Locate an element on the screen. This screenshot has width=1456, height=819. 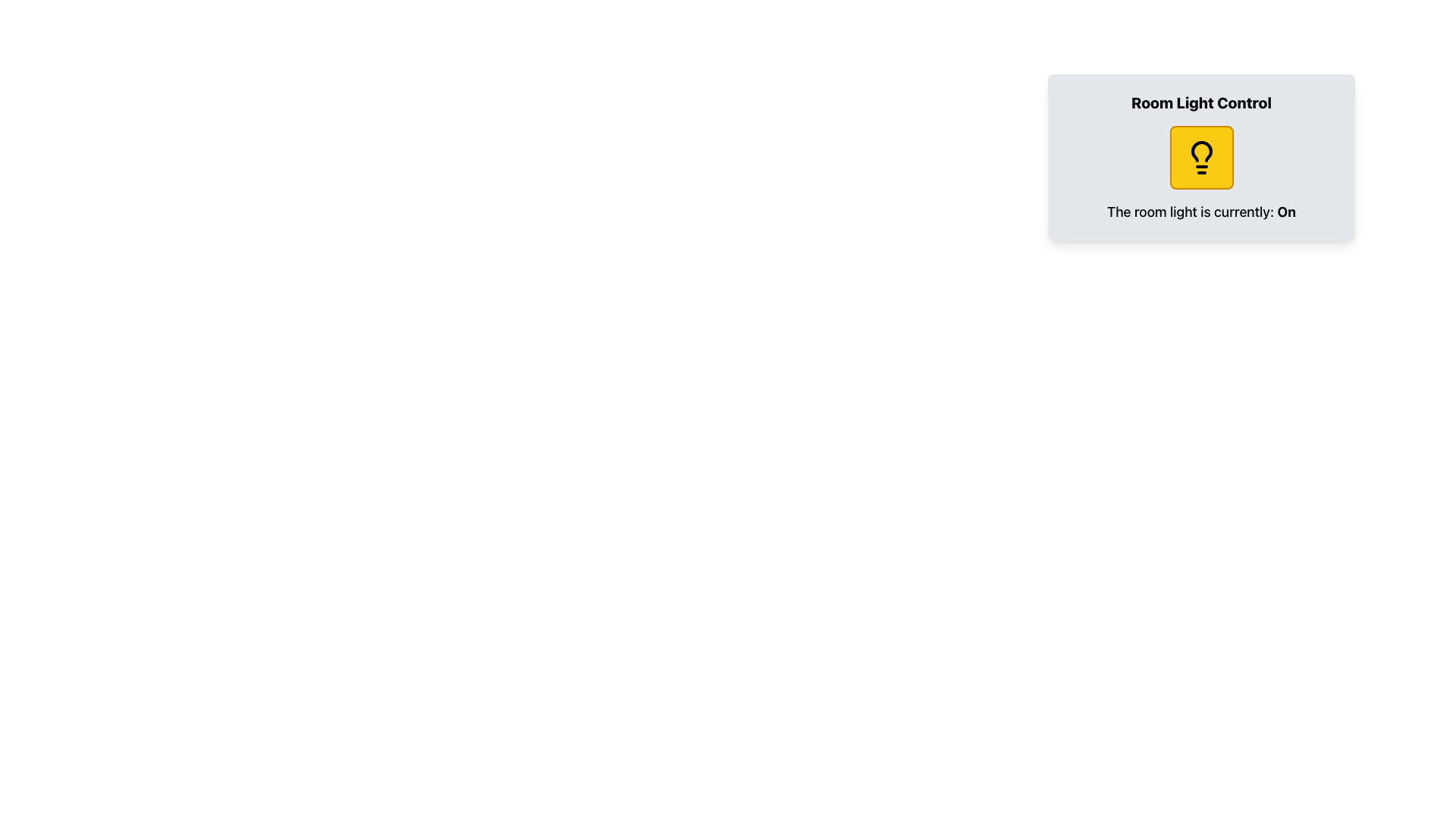
the interactive information panel displaying the text 'The room light is currently: On' with the yellow lightbulb icon above it is located at coordinates (1200, 174).